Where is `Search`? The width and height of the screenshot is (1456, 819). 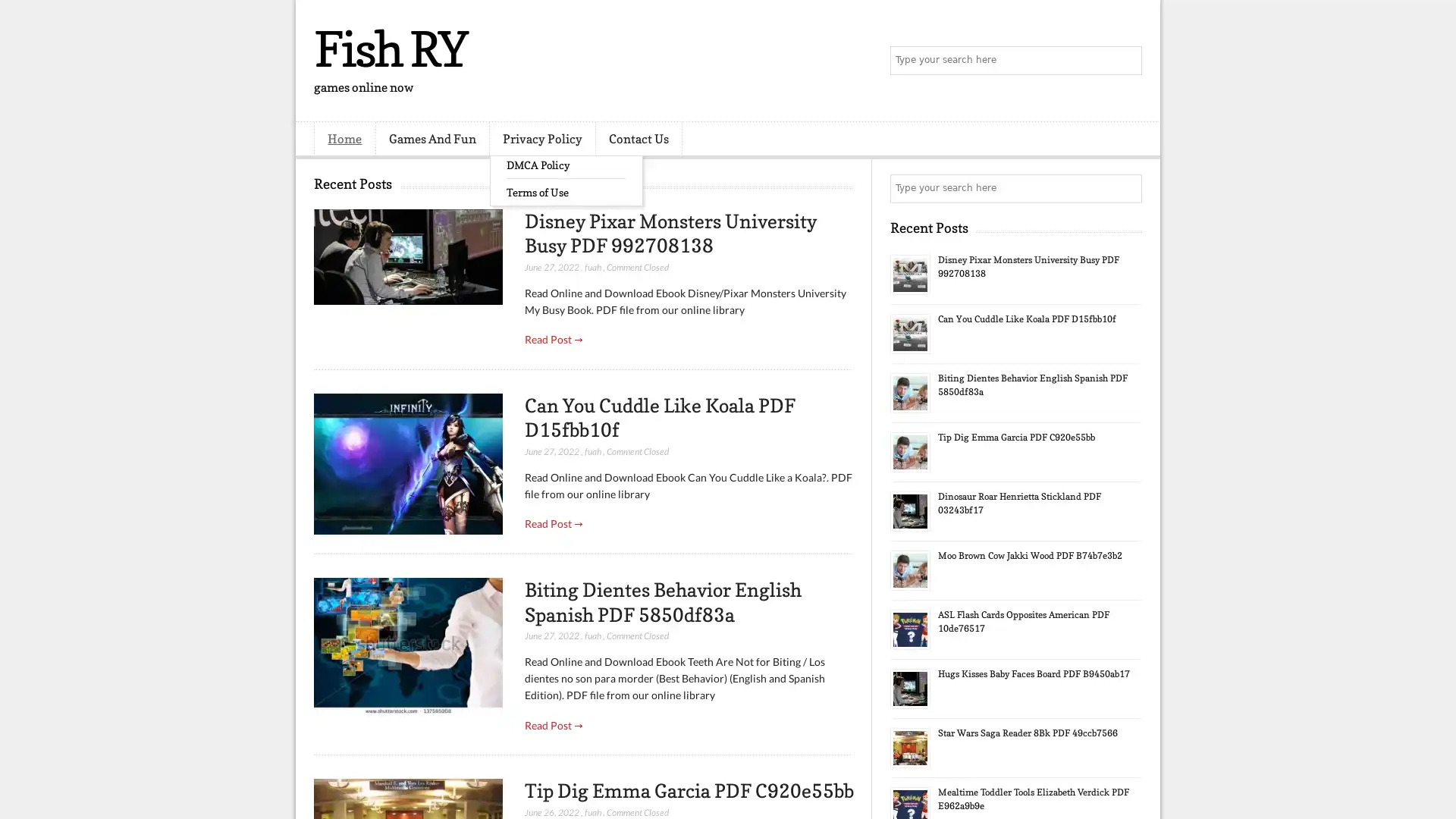
Search is located at coordinates (1126, 188).